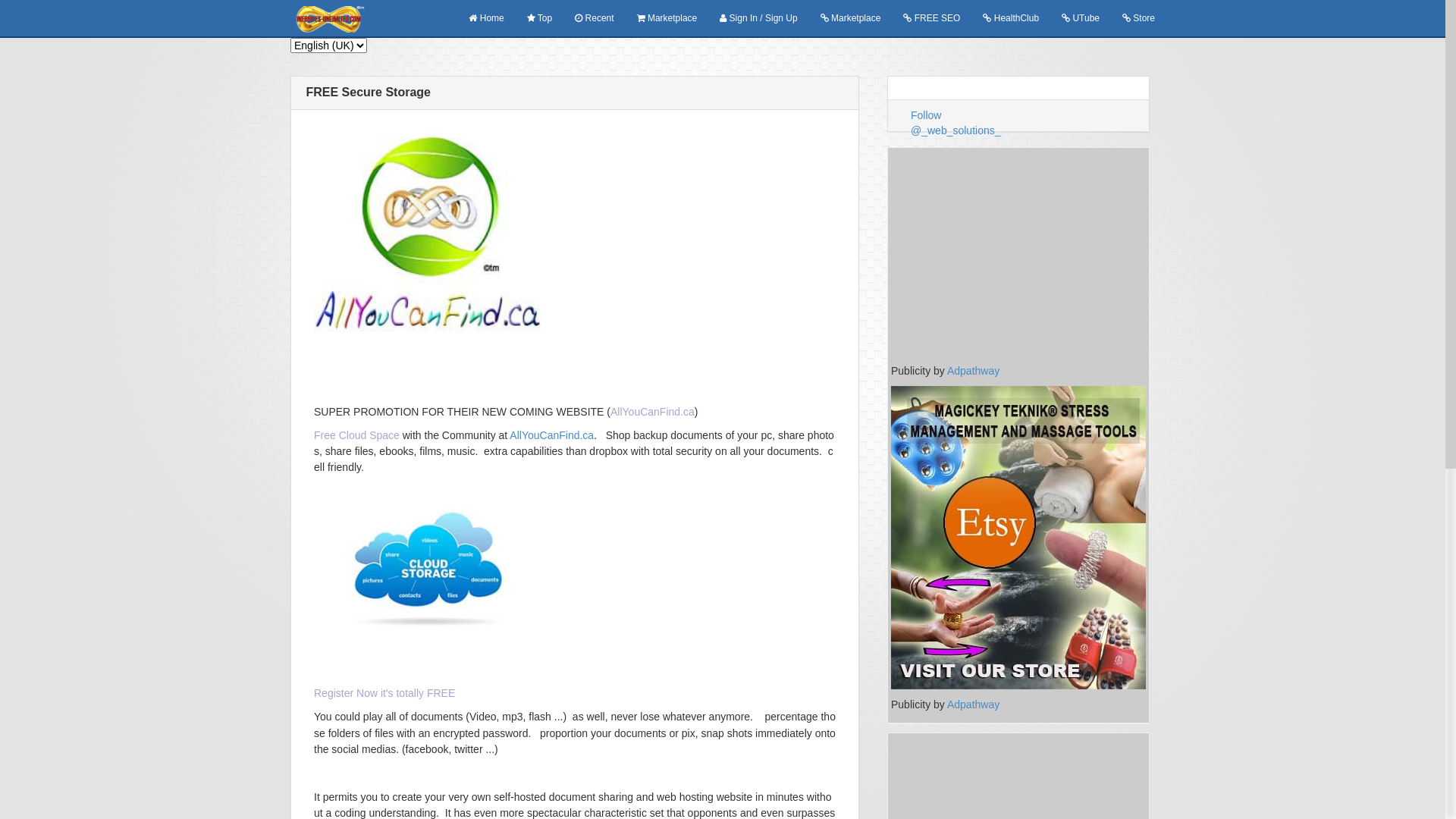 The width and height of the screenshot is (1456, 819). What do you see at coordinates (667, 17) in the screenshot?
I see `'Marketplace'` at bounding box center [667, 17].